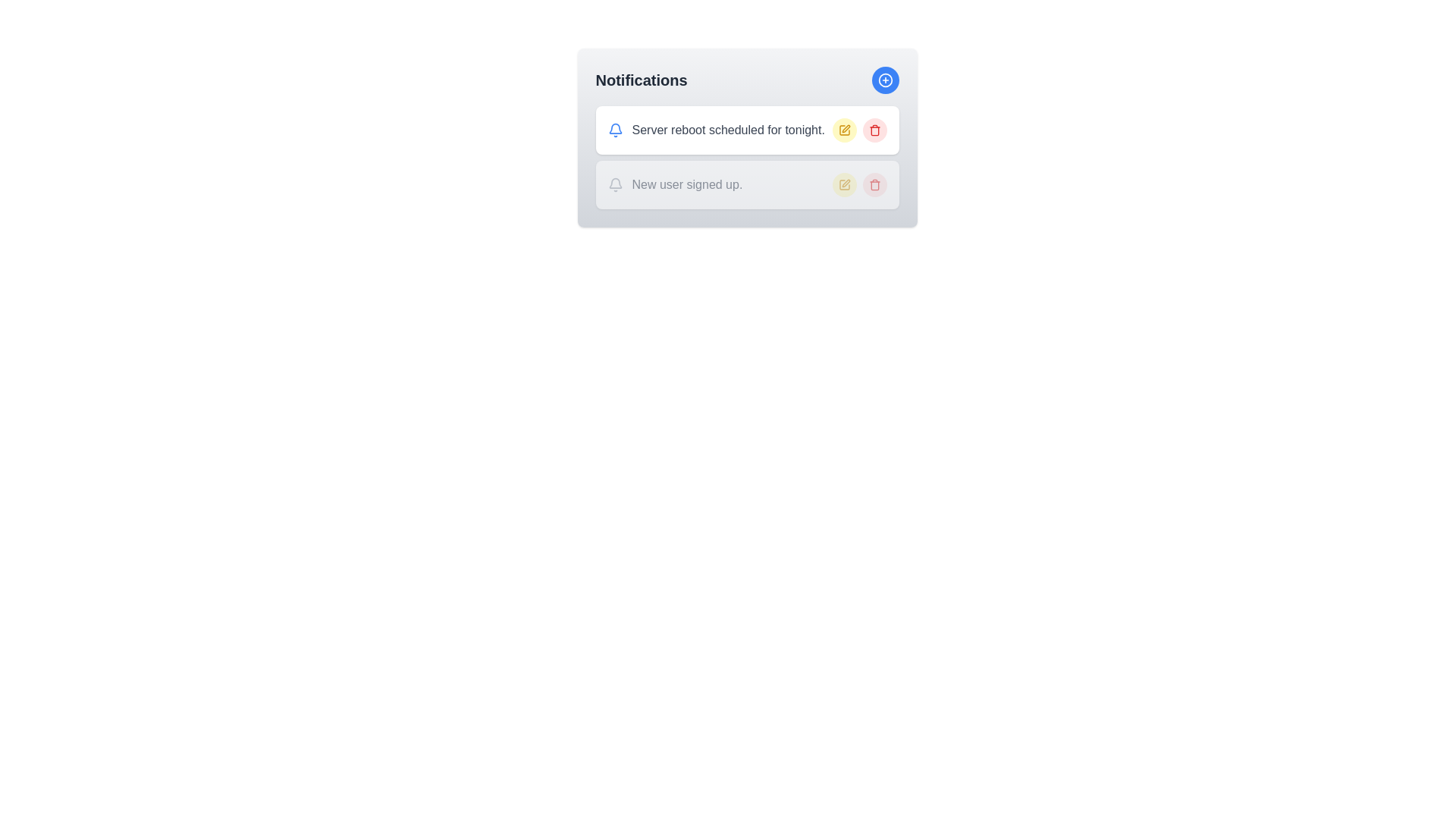 This screenshot has width=1456, height=819. I want to click on the notification context icon located to the left of the text 'New user signed up.' in the notifications list, so click(615, 184).